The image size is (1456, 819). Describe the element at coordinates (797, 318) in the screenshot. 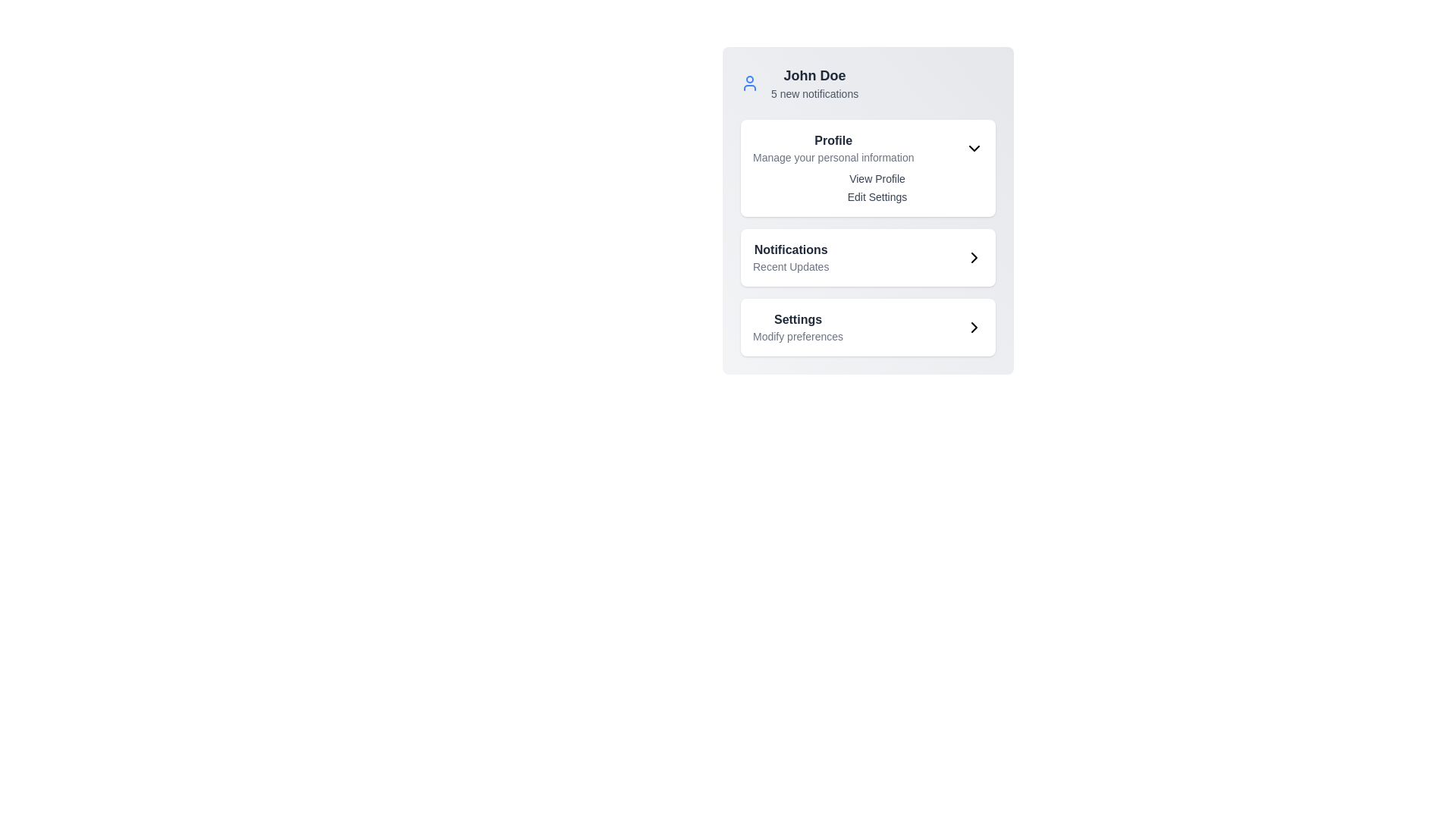

I see `the 'Settings' text label which denotes the corresponding section or options related to settings, positioned above 'Modify preferences' in the lower right section of the layout` at that location.